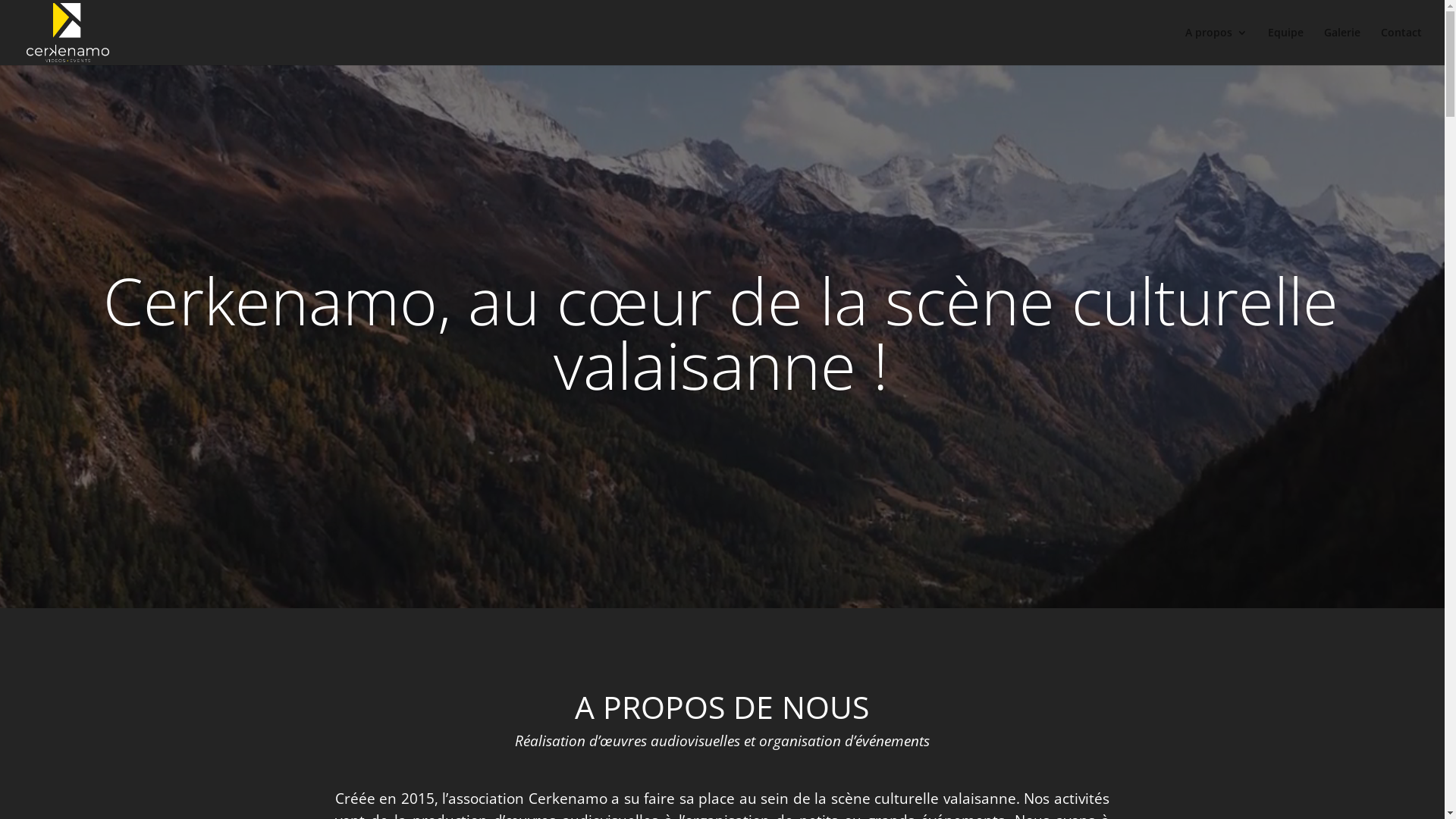 The height and width of the screenshot is (819, 1456). What do you see at coordinates (1323, 45) in the screenshot?
I see `'Galerie'` at bounding box center [1323, 45].